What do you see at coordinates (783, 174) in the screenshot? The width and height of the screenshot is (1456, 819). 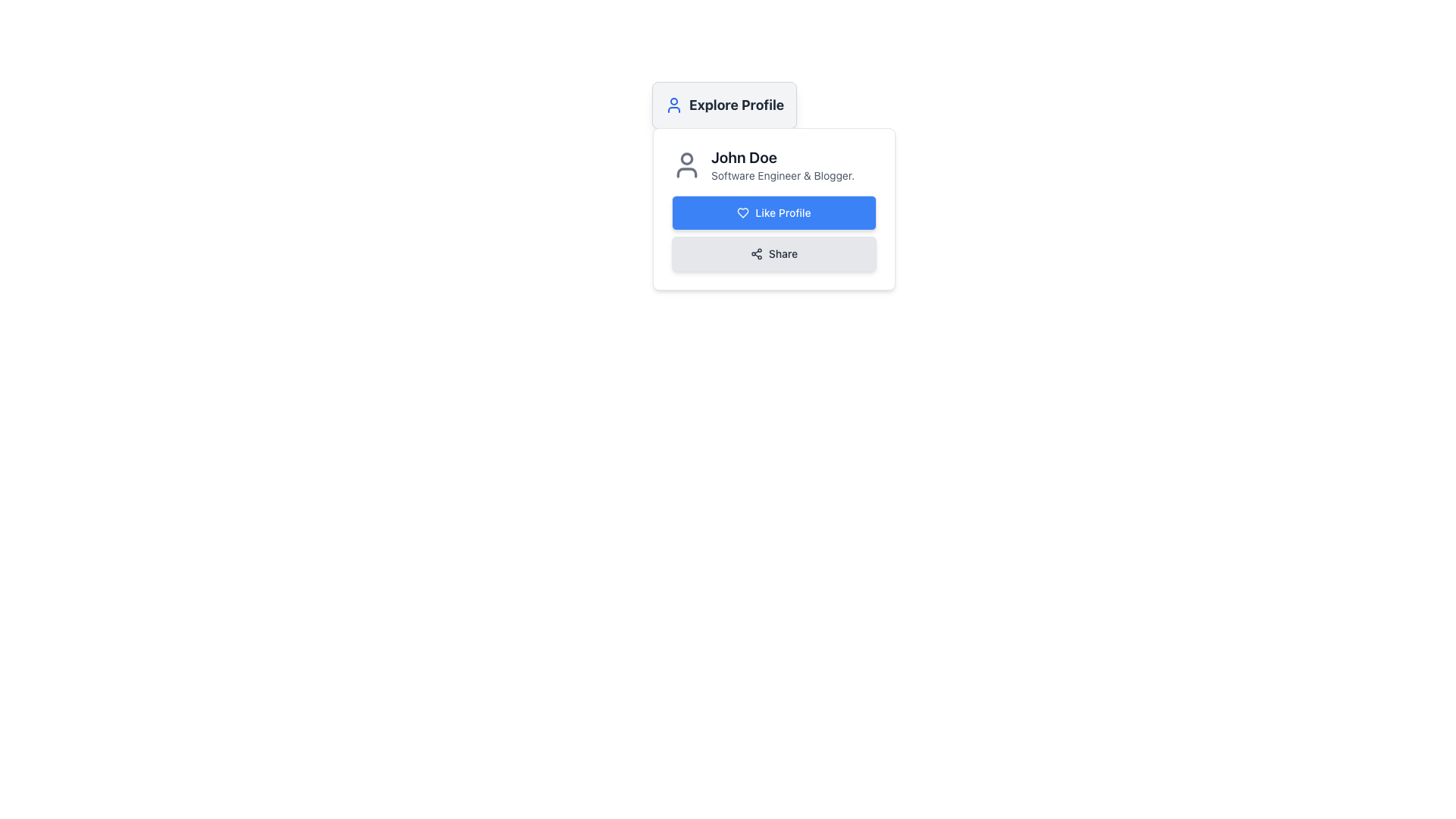 I see `the Text Display element that provides additional information about the user 'John Doe', positioned below the 'John Doe' text` at bounding box center [783, 174].